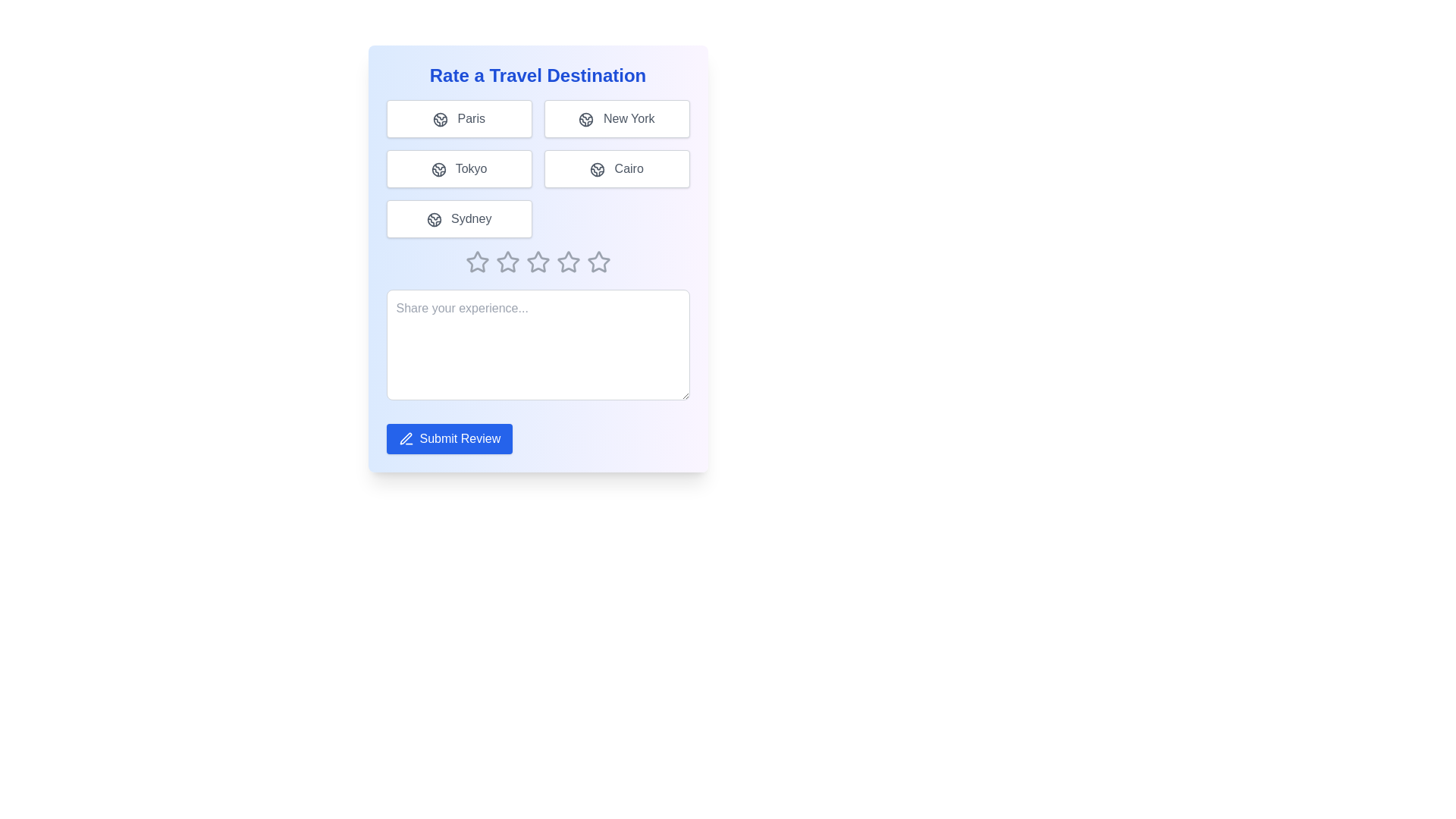  I want to click on the circular SVG element representing the globe icon, which is located at the leftmost area of the 'Sydney' button, so click(433, 219).